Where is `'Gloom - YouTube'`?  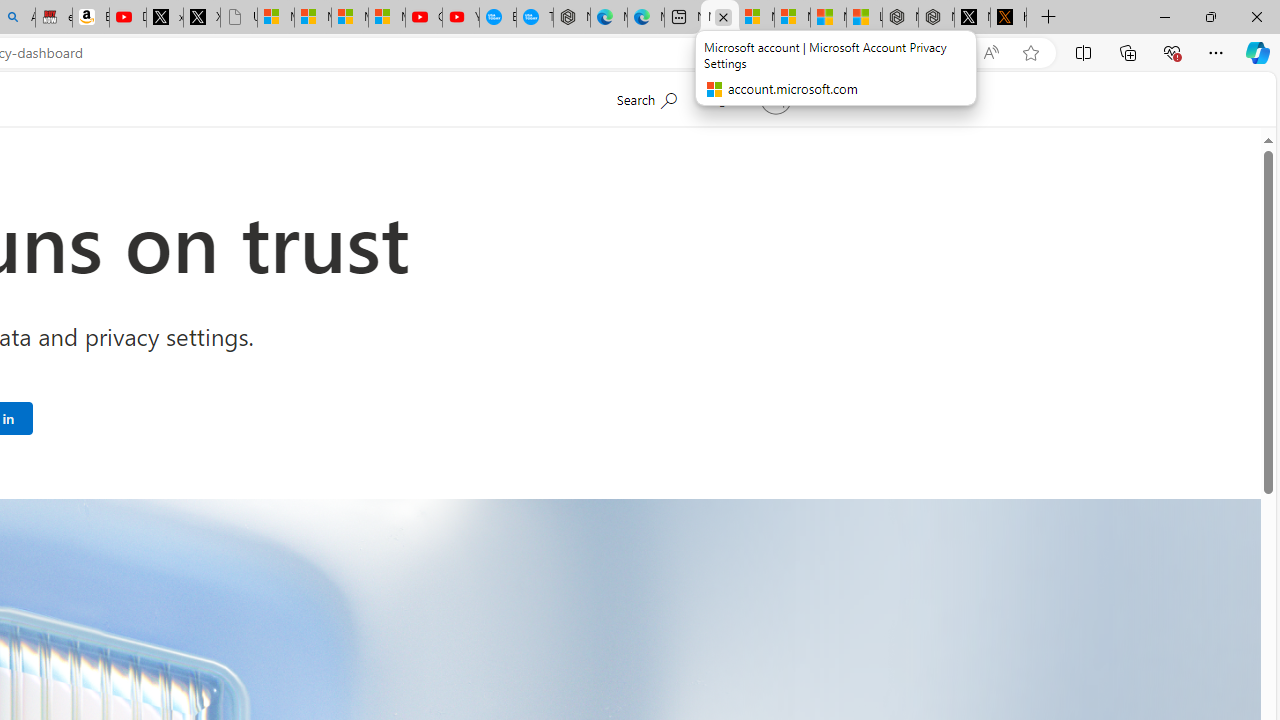
'Gloom - YouTube' is located at coordinates (422, 17).